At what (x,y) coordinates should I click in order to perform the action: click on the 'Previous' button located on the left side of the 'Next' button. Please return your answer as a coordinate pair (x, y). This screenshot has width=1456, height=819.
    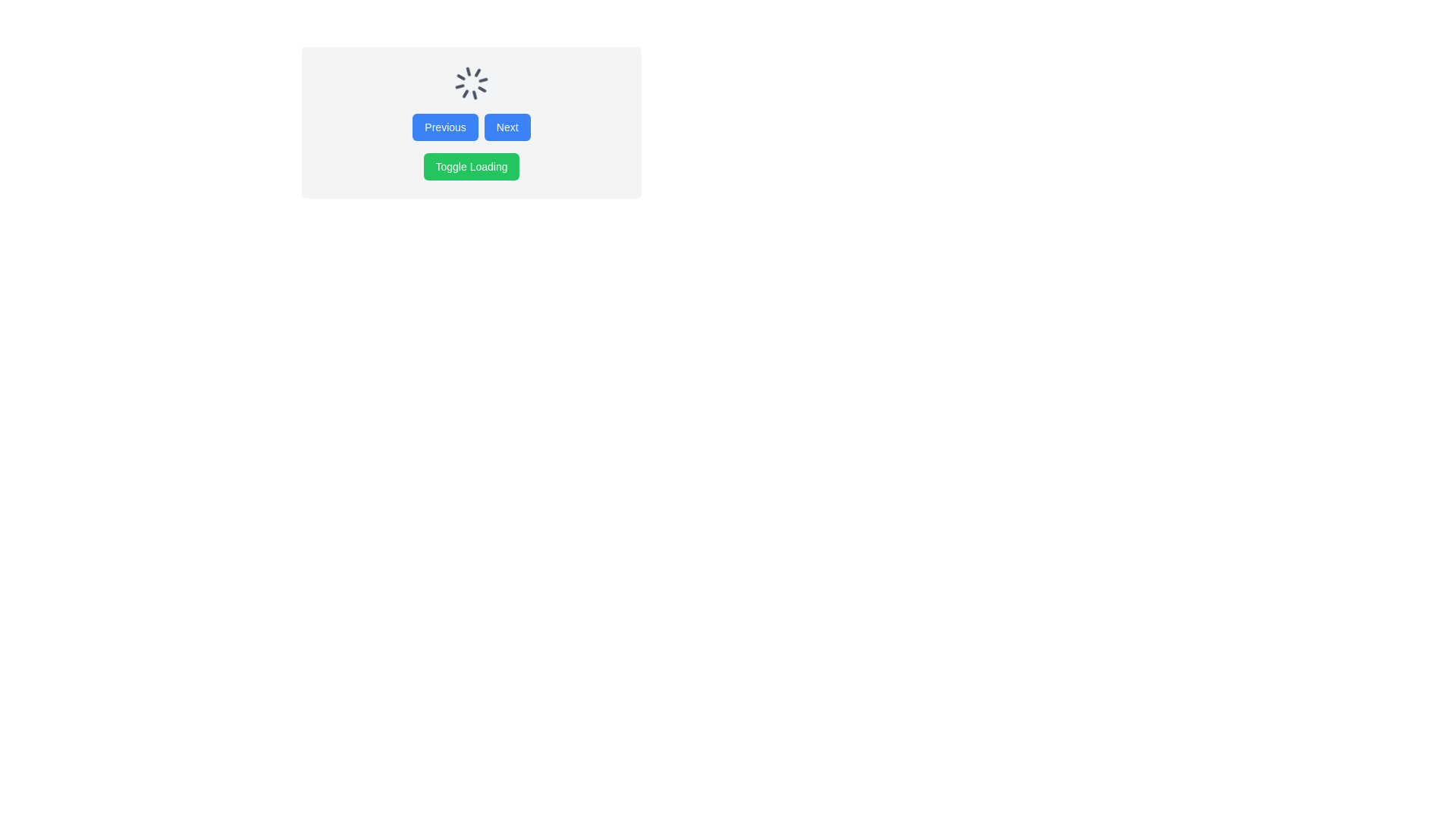
    Looking at the image, I should click on (444, 127).